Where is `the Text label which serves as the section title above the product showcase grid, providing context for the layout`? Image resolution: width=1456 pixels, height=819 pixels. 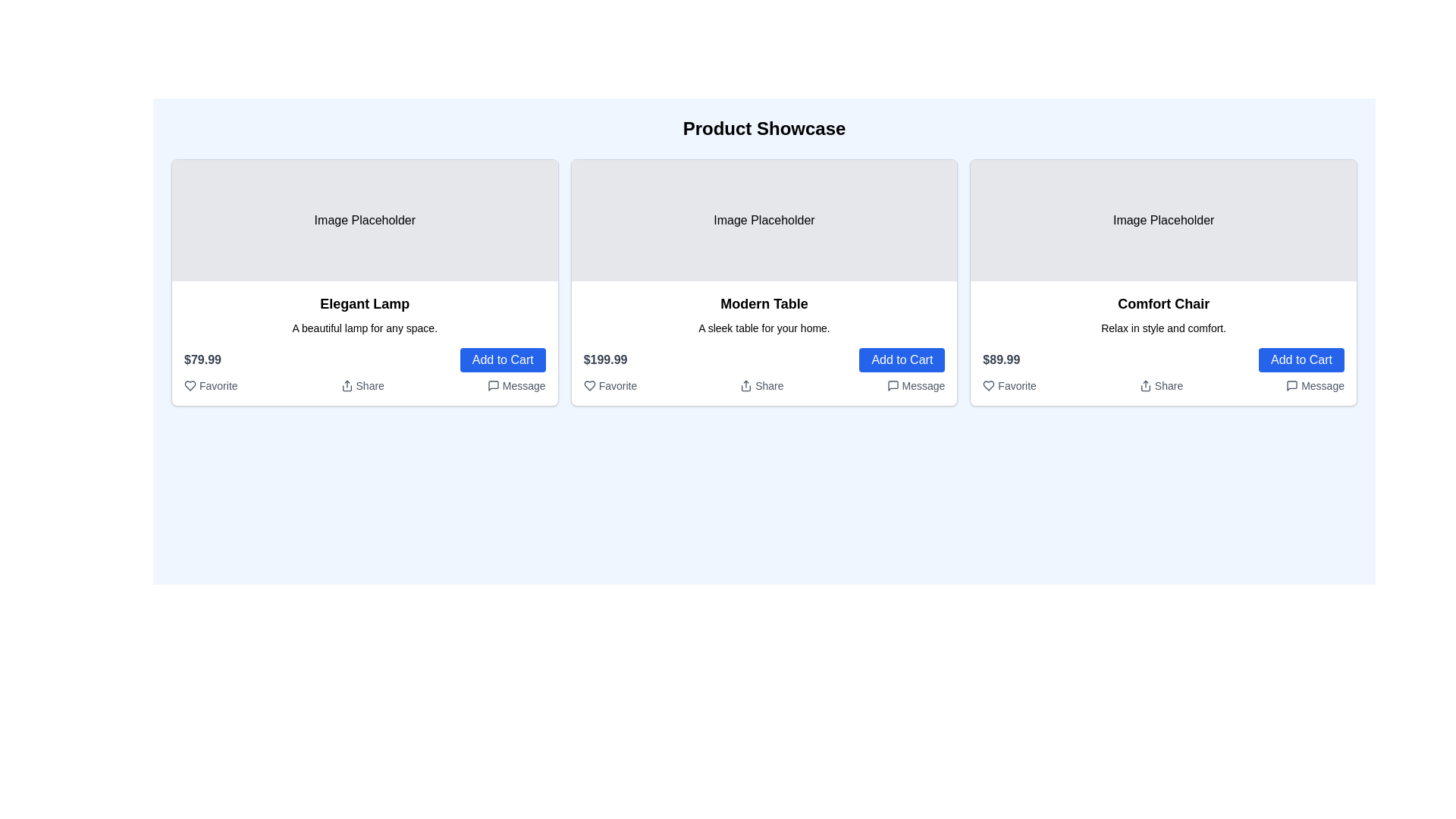
the Text label which serves as the section title above the product showcase grid, providing context for the layout is located at coordinates (764, 127).